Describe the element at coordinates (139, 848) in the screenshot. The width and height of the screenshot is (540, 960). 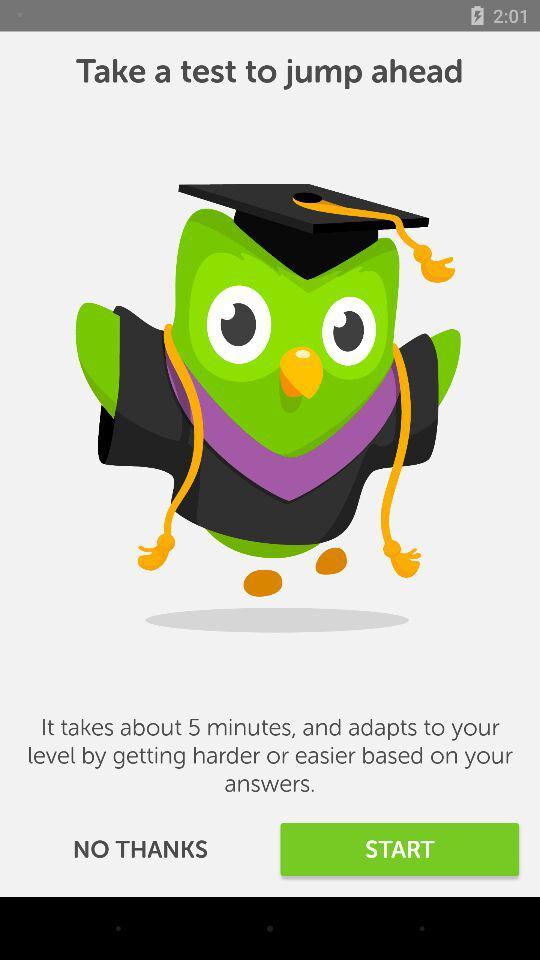
I see `icon at the bottom left corner` at that location.